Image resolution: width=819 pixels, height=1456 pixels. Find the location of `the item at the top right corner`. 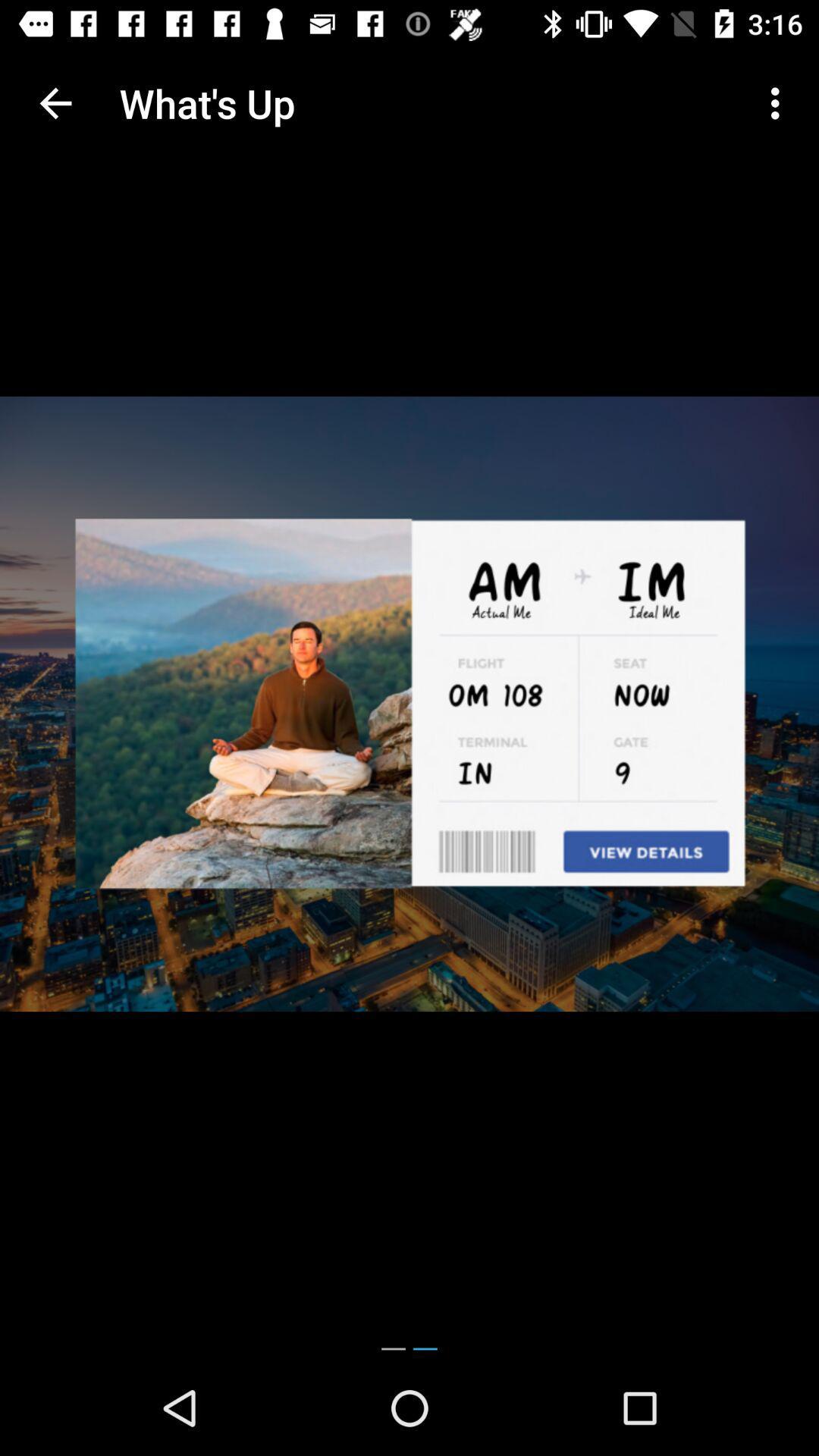

the item at the top right corner is located at coordinates (779, 102).